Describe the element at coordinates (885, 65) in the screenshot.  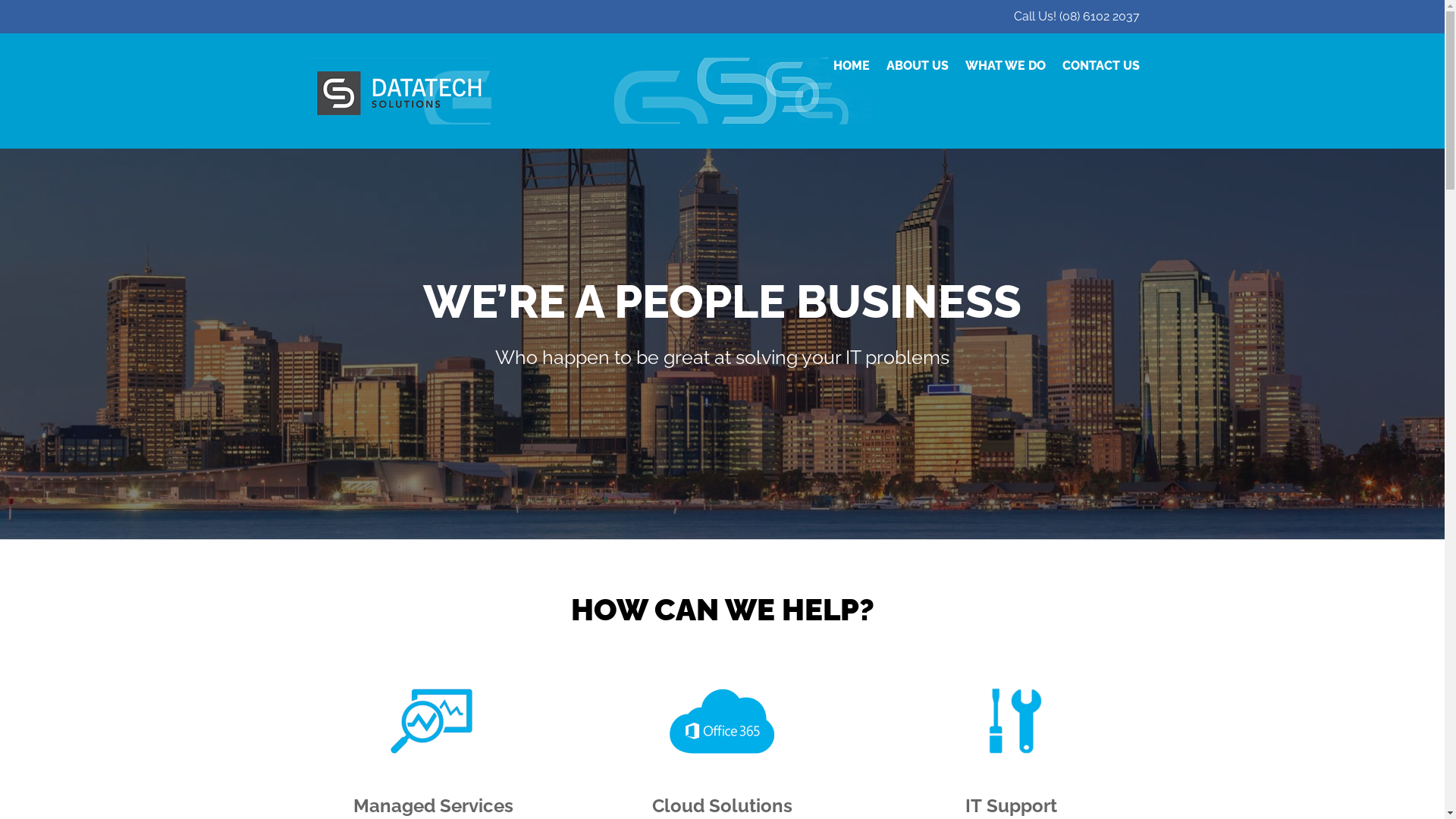
I see `'ABOUT US'` at that location.